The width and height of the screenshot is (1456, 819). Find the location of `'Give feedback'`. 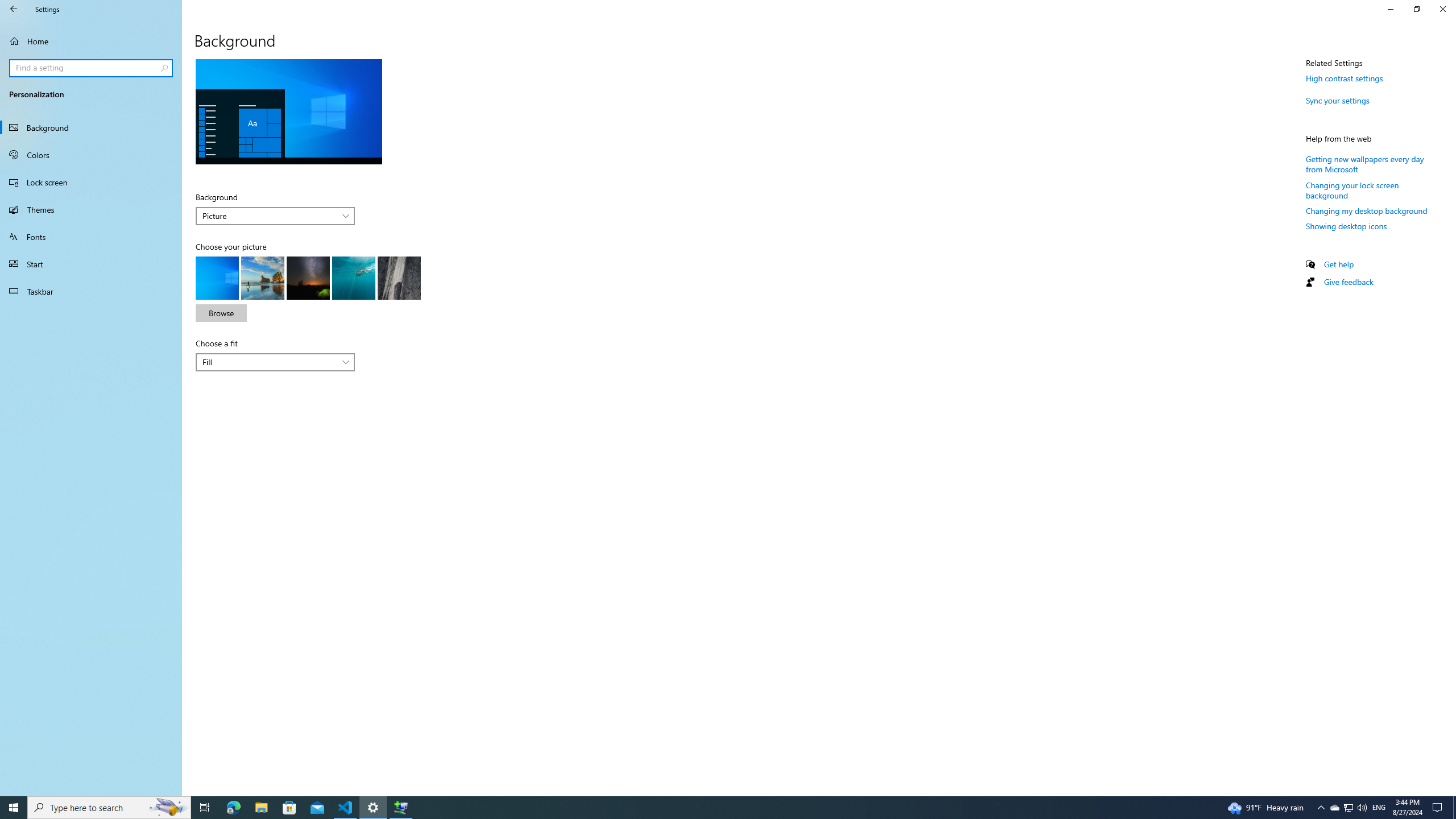

'Give feedback' is located at coordinates (1347, 282).